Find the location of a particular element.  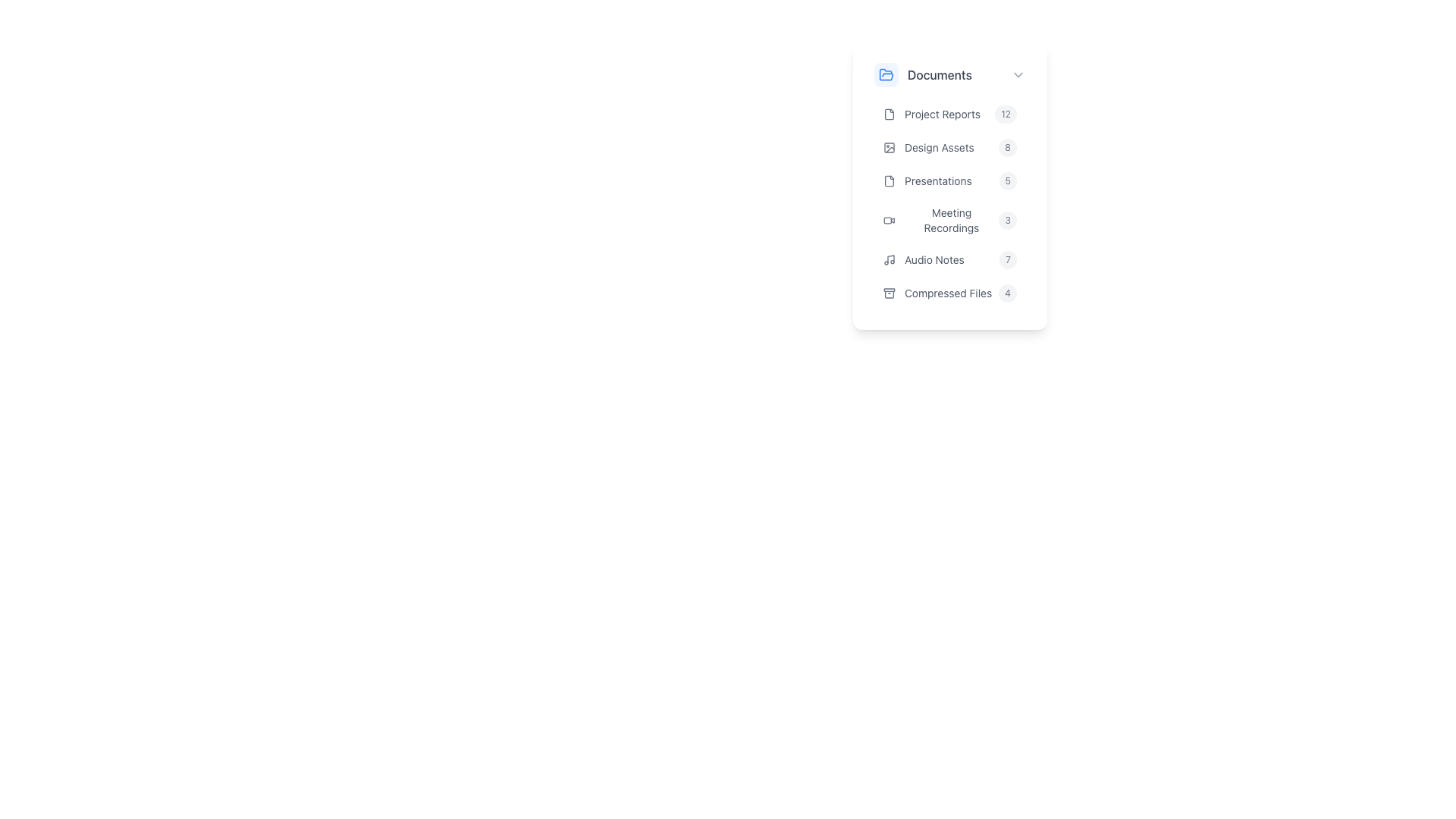

the 'Project Report' icon located near the left of the 'Project Reports' label in the list of document categories is located at coordinates (889, 113).